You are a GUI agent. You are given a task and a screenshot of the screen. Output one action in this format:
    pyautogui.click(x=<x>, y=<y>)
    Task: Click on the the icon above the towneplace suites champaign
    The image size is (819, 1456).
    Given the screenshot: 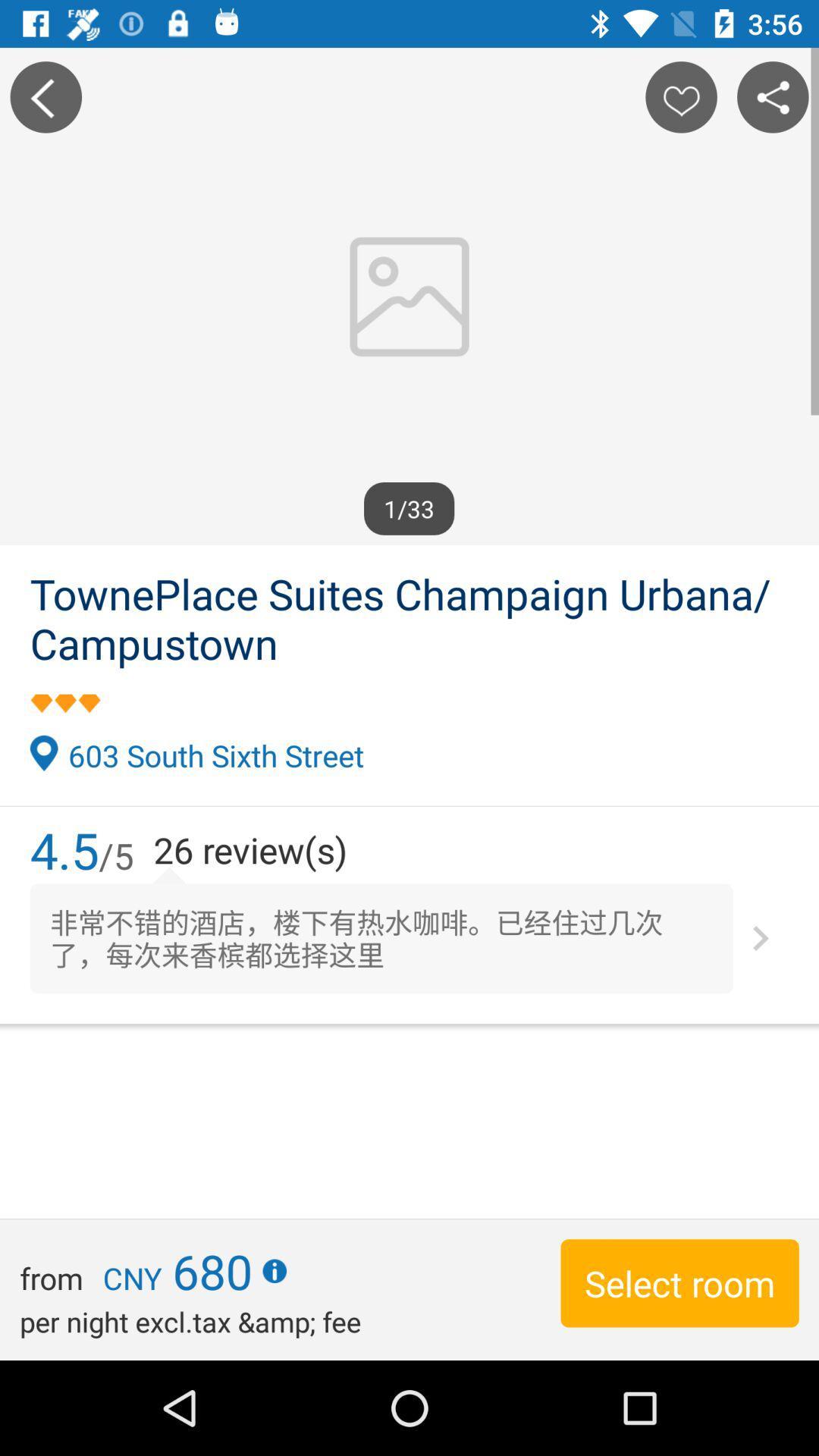 What is the action you would take?
    pyautogui.click(x=773, y=96)
    